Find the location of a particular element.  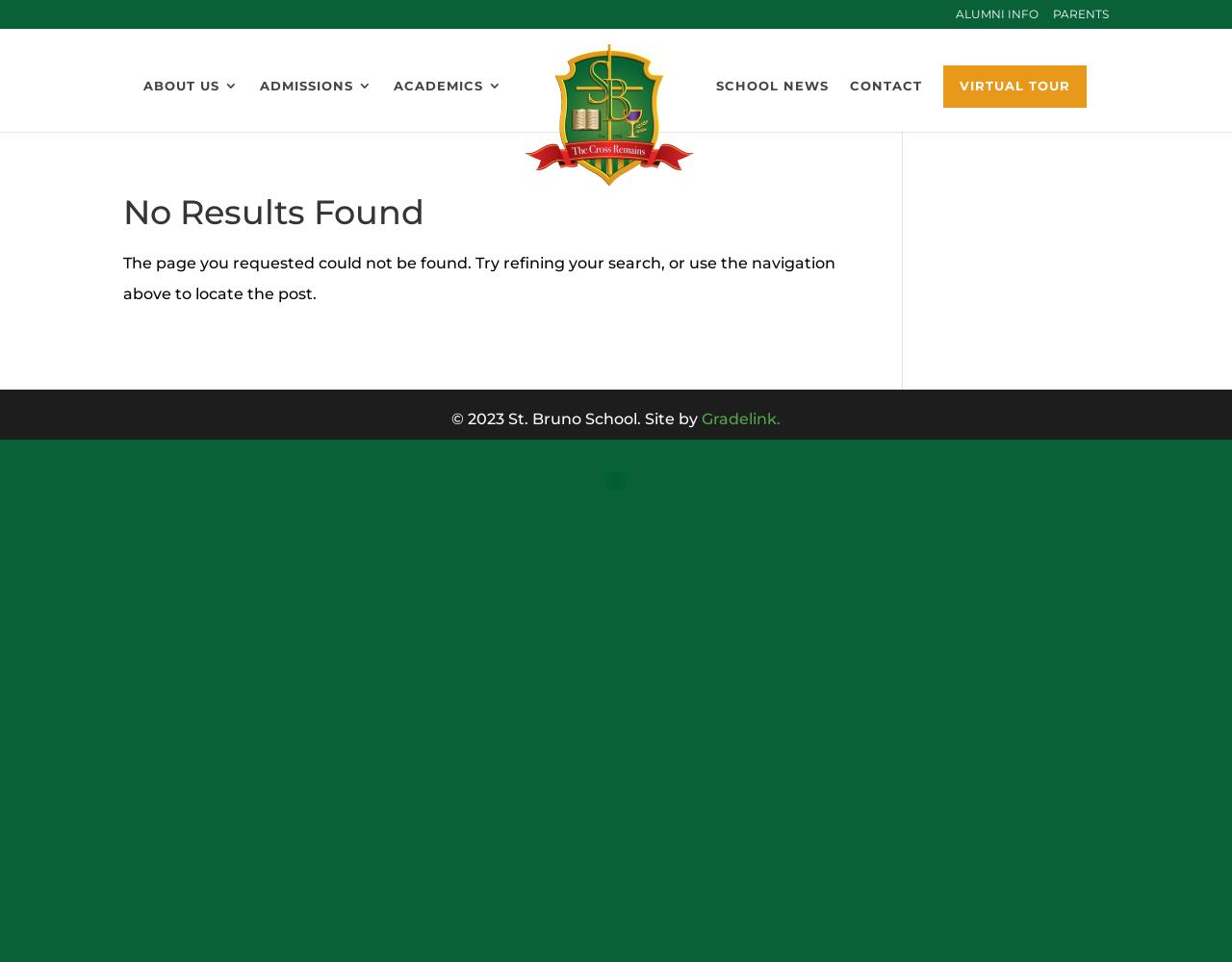

'Extracurricular Activities' is located at coordinates (505, 243).